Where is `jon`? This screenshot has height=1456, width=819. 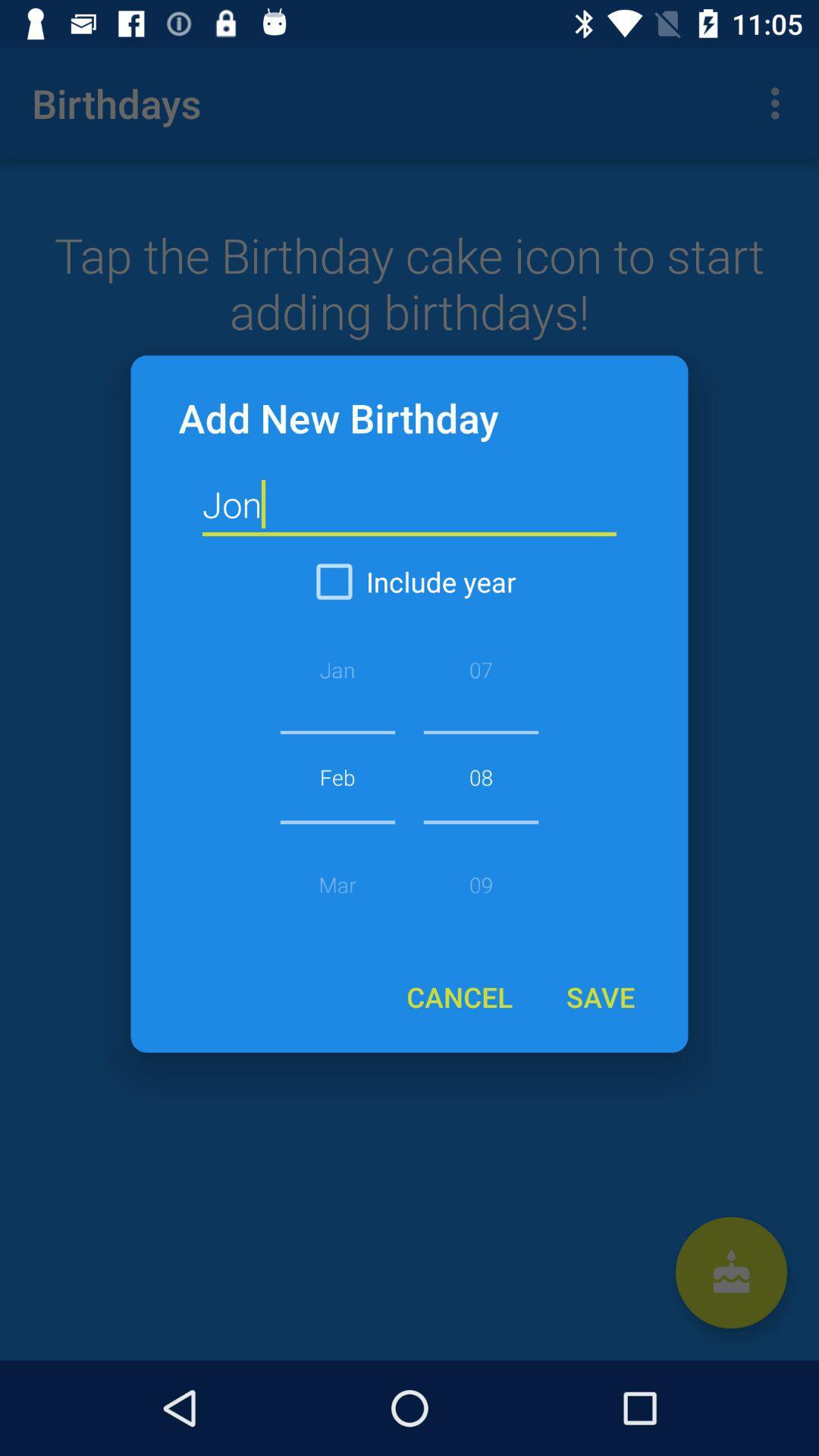 jon is located at coordinates (409, 505).